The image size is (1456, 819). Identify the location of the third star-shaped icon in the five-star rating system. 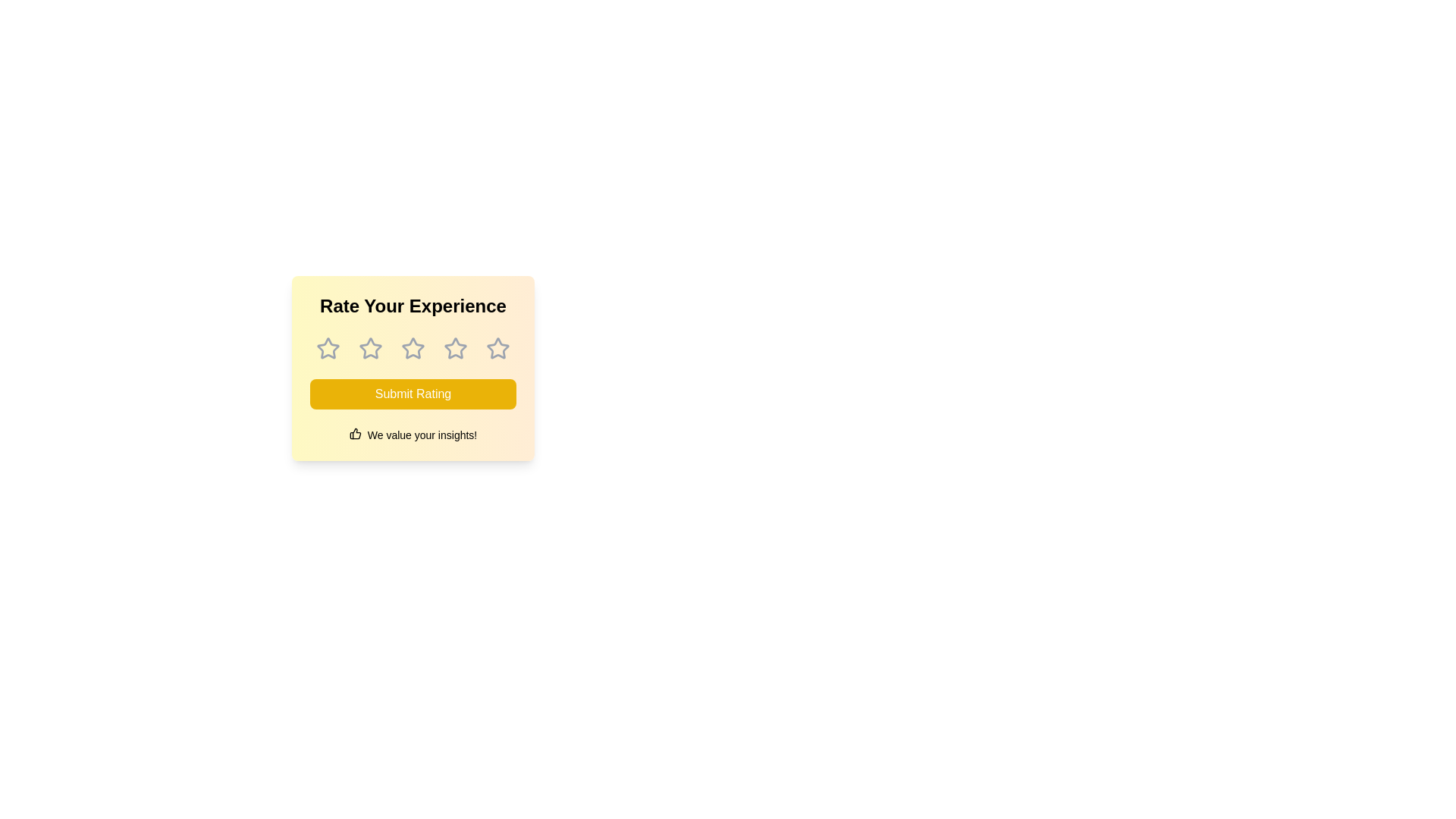
(413, 348).